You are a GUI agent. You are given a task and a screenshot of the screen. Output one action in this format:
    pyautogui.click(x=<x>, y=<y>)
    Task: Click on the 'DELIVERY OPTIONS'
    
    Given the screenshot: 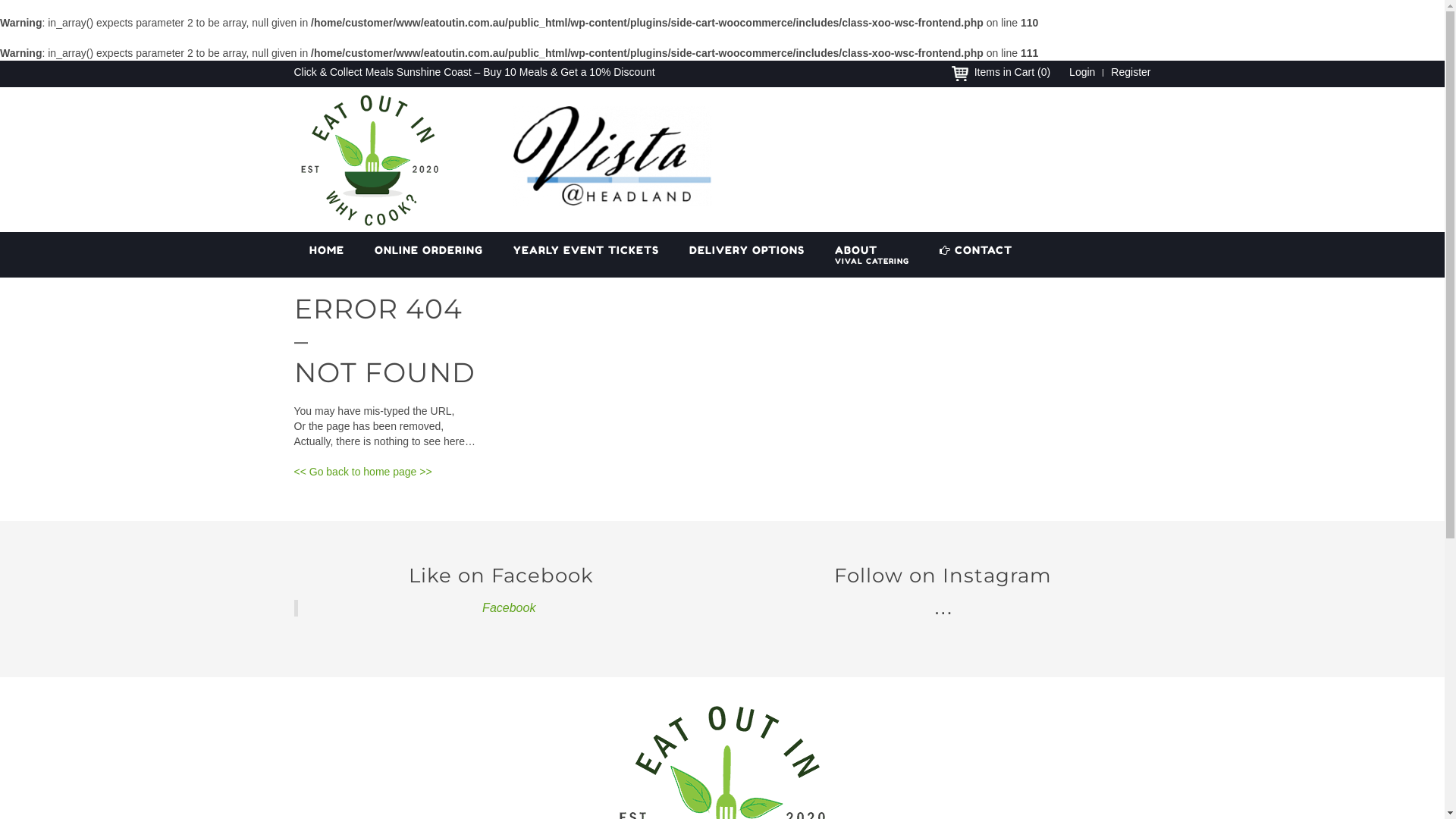 What is the action you would take?
    pyautogui.click(x=745, y=253)
    